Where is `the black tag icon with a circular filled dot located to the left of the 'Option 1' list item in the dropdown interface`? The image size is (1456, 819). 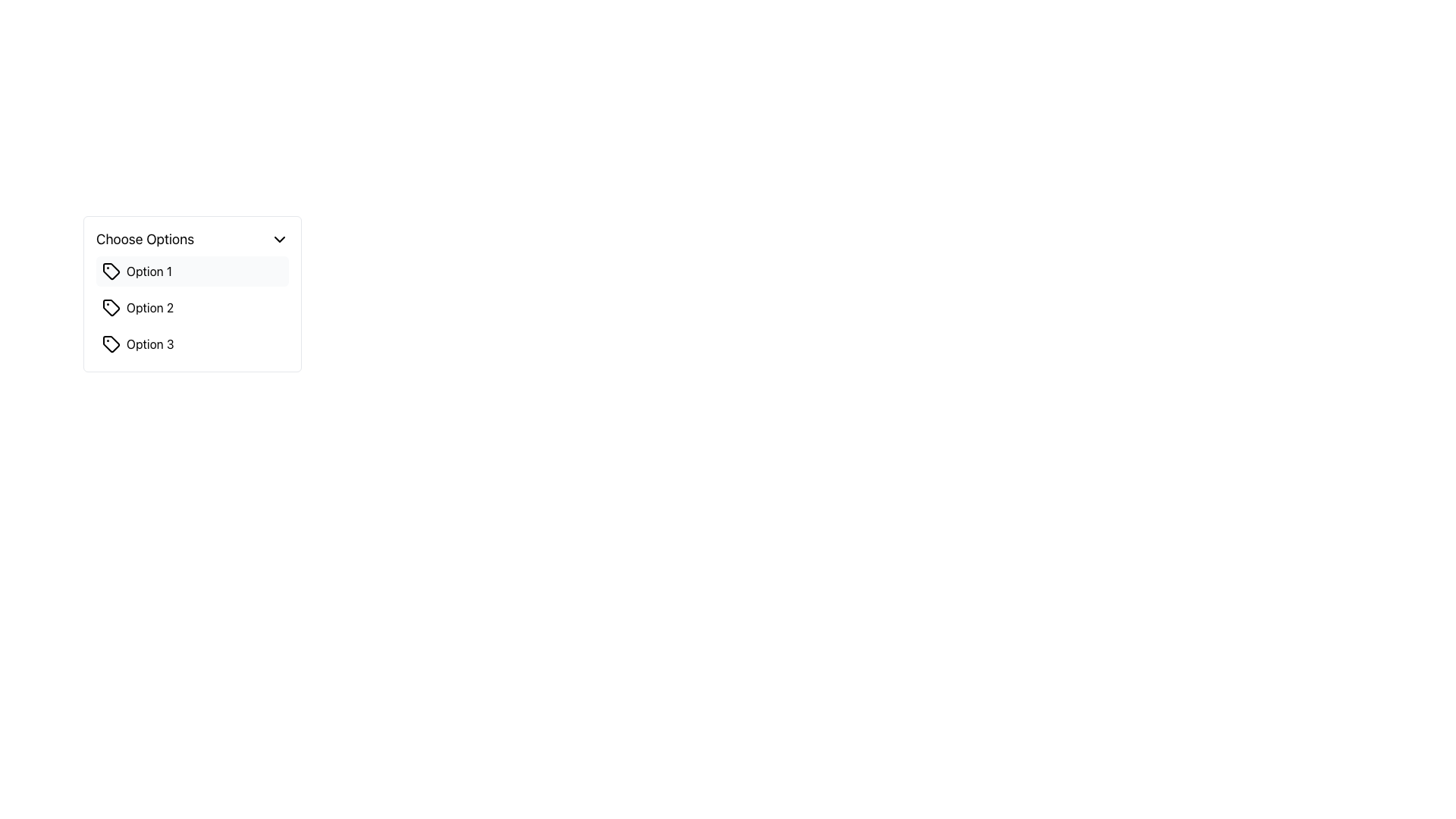
the black tag icon with a circular filled dot located to the left of the 'Option 1' list item in the dropdown interface is located at coordinates (111, 271).